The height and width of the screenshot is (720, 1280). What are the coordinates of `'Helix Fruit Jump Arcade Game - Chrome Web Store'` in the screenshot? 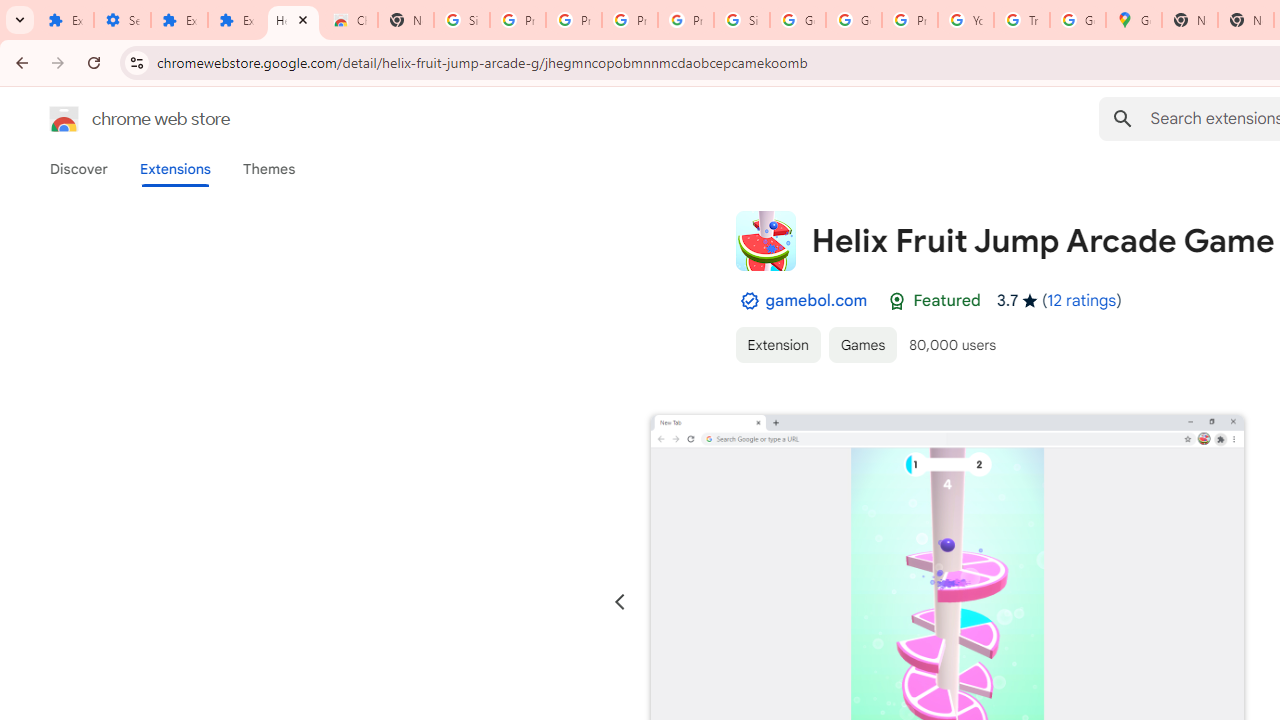 It's located at (292, 20).